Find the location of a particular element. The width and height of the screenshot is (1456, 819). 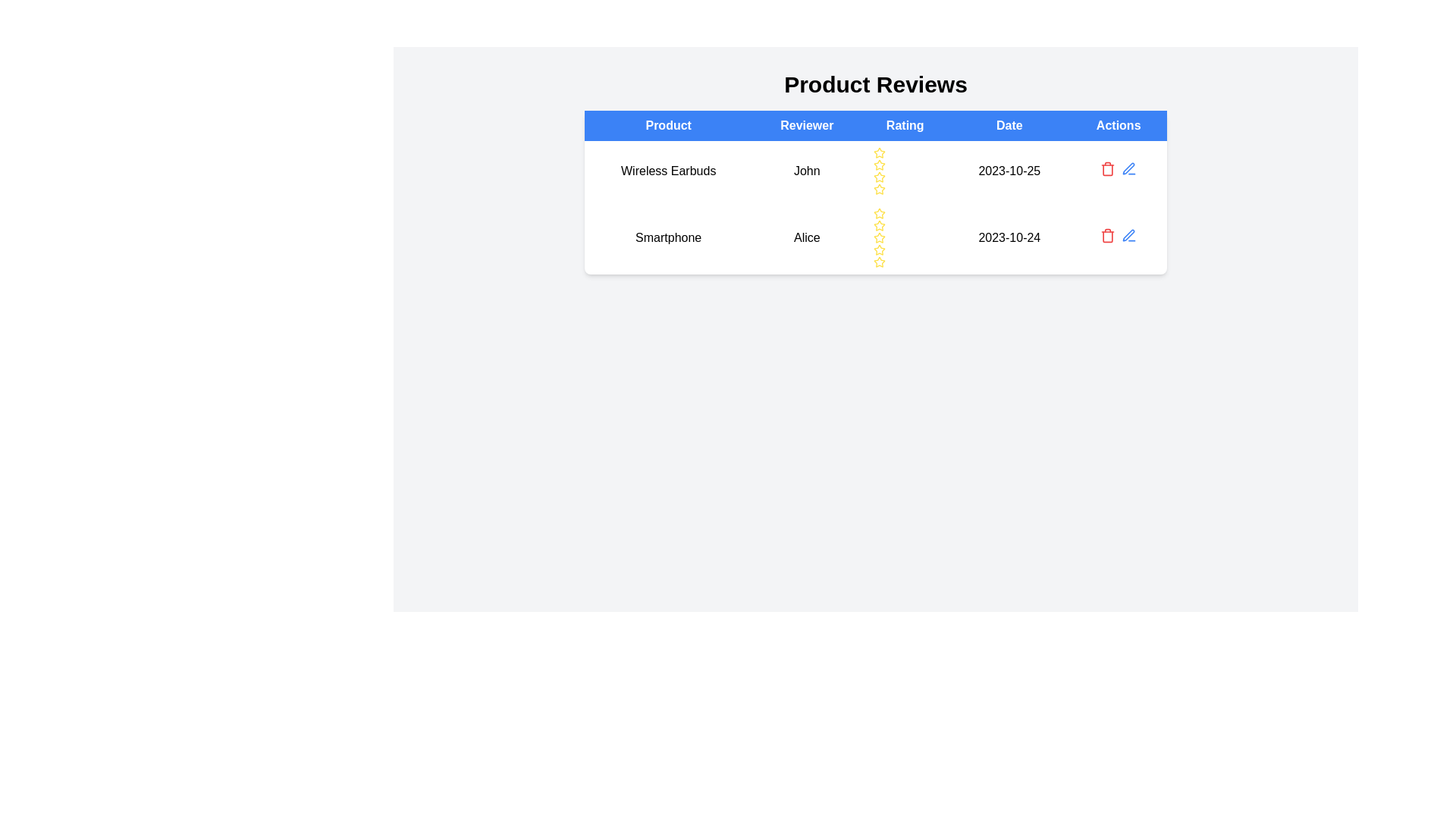

text label in the fourth column header of the product review table to understand its purpose, which indicates the date values for the reviews is located at coordinates (1009, 124).